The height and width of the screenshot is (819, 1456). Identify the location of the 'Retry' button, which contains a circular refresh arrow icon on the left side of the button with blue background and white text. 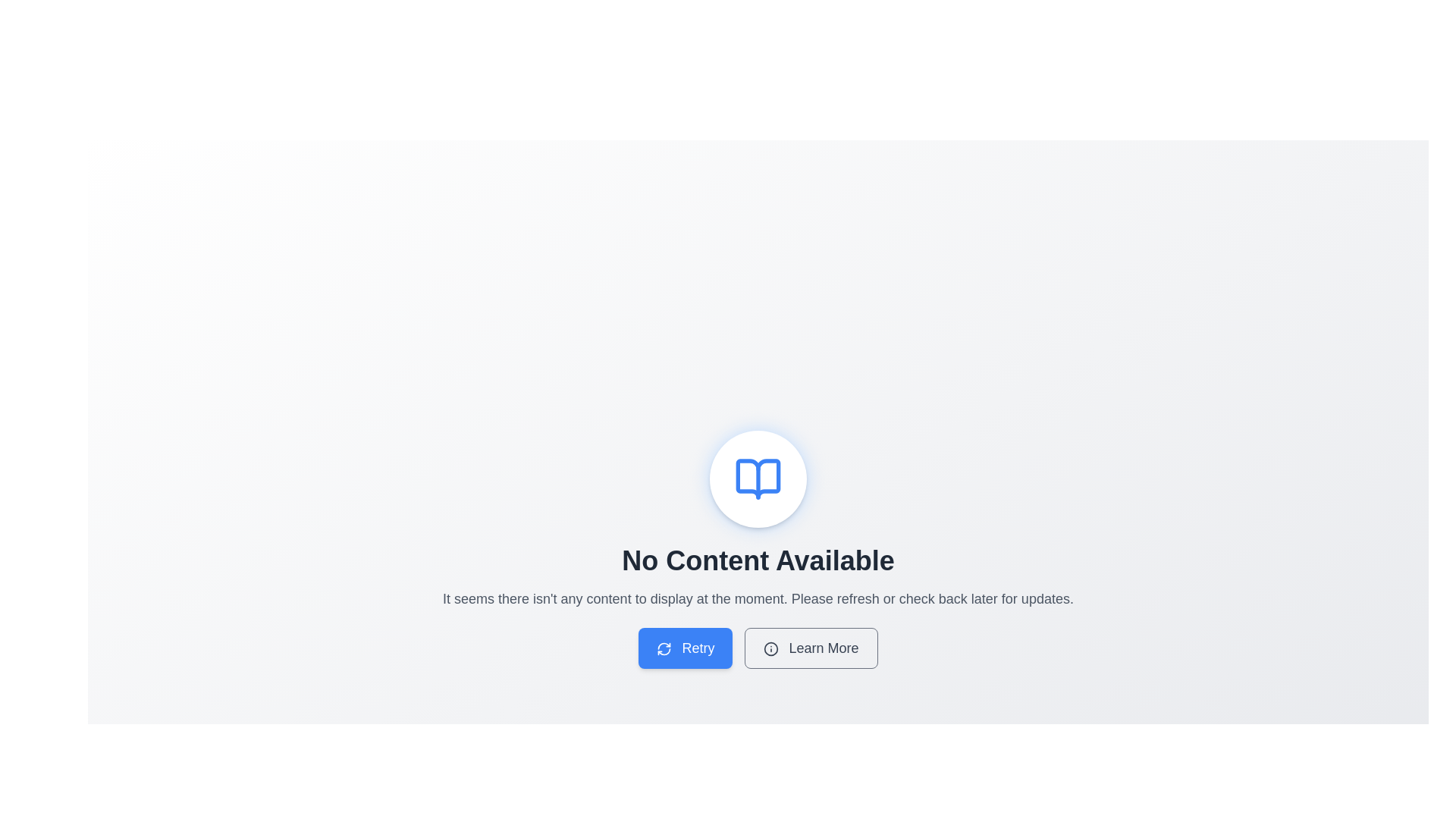
(664, 648).